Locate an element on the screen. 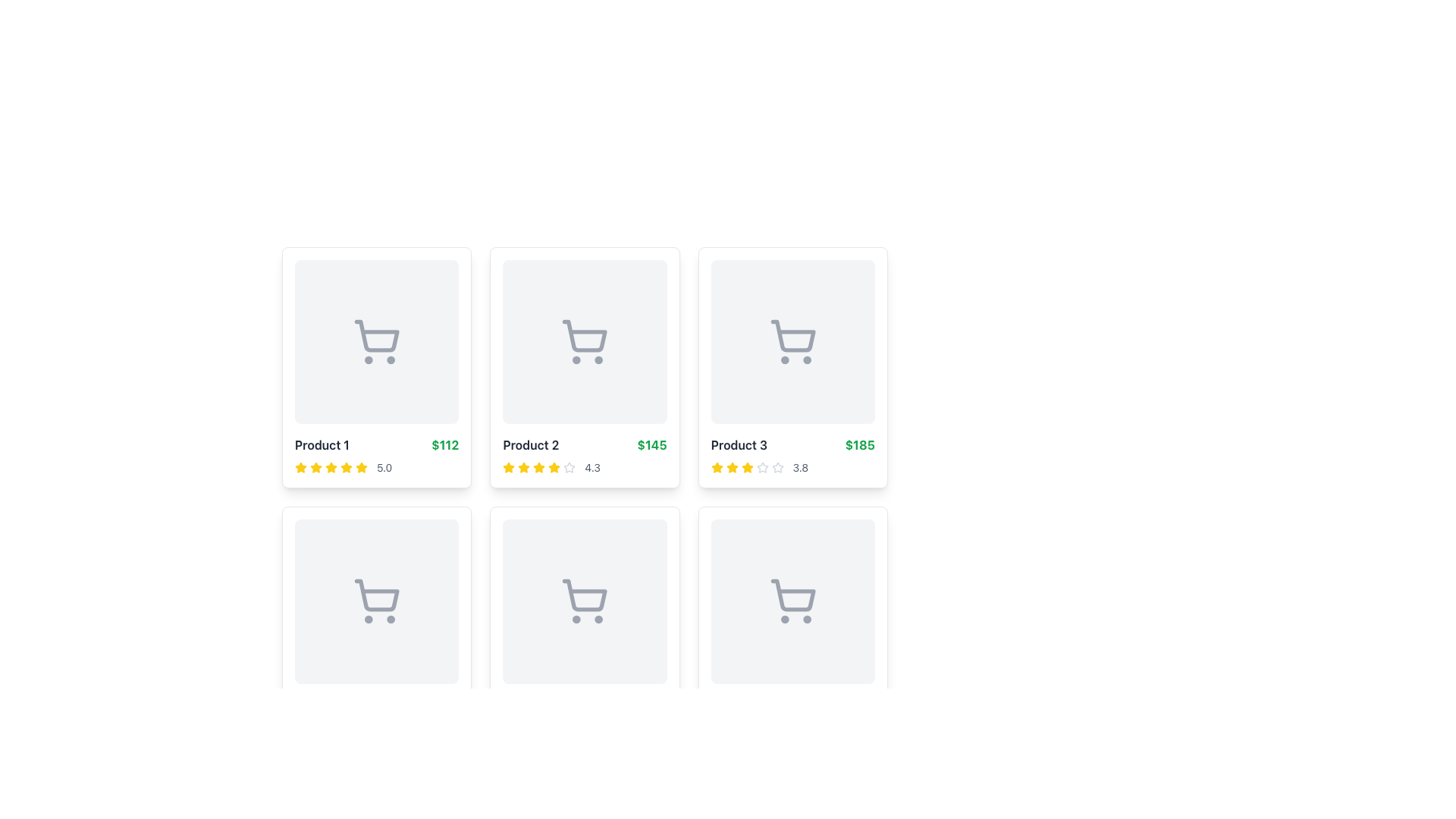 Image resolution: width=1456 pixels, height=819 pixels. the shopping cart icon located at the center of the SVG in the top-left corner of the product card for 'Product 1' is located at coordinates (377, 335).